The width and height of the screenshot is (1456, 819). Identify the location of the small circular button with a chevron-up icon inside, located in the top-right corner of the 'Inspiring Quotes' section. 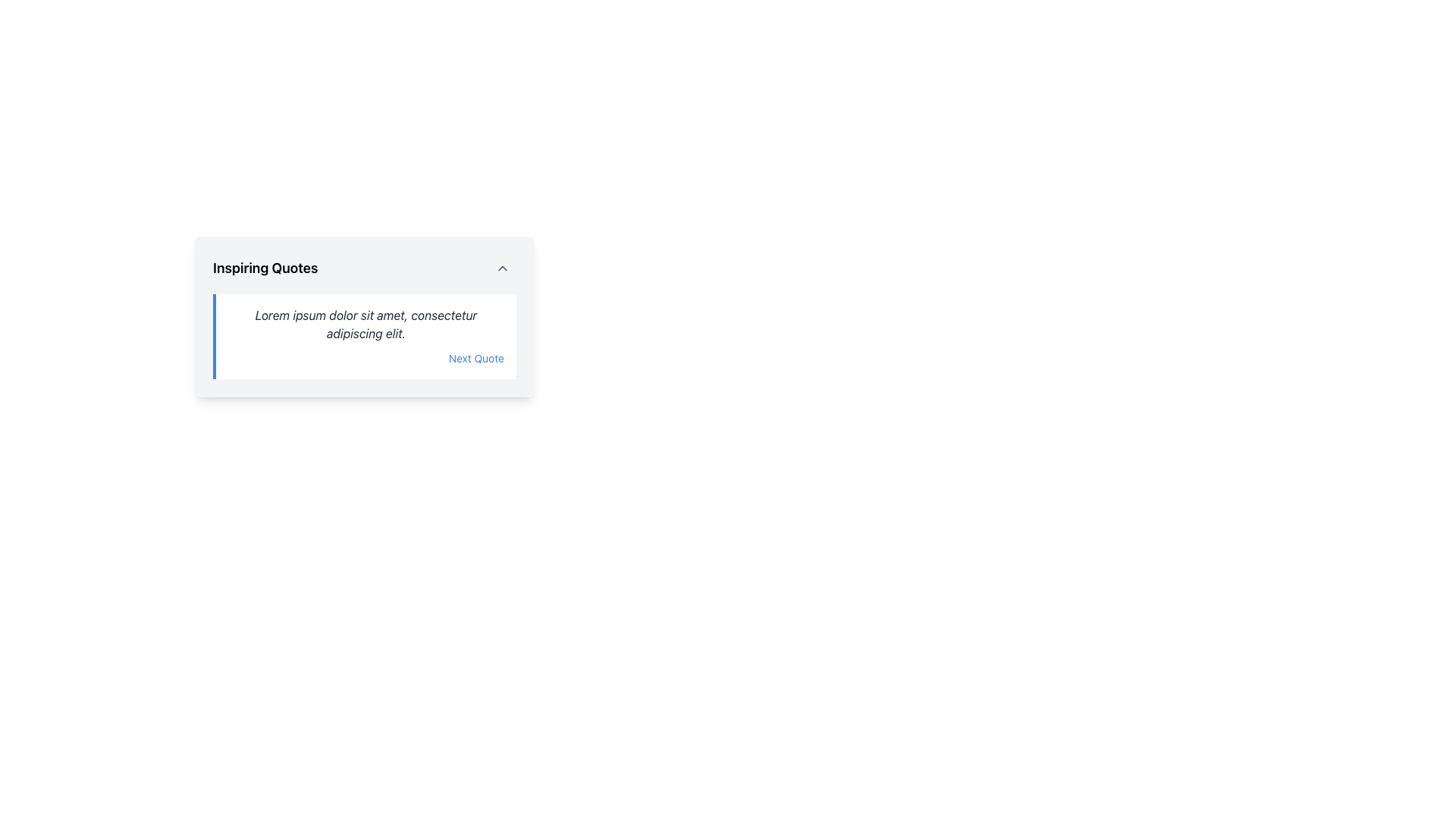
(502, 268).